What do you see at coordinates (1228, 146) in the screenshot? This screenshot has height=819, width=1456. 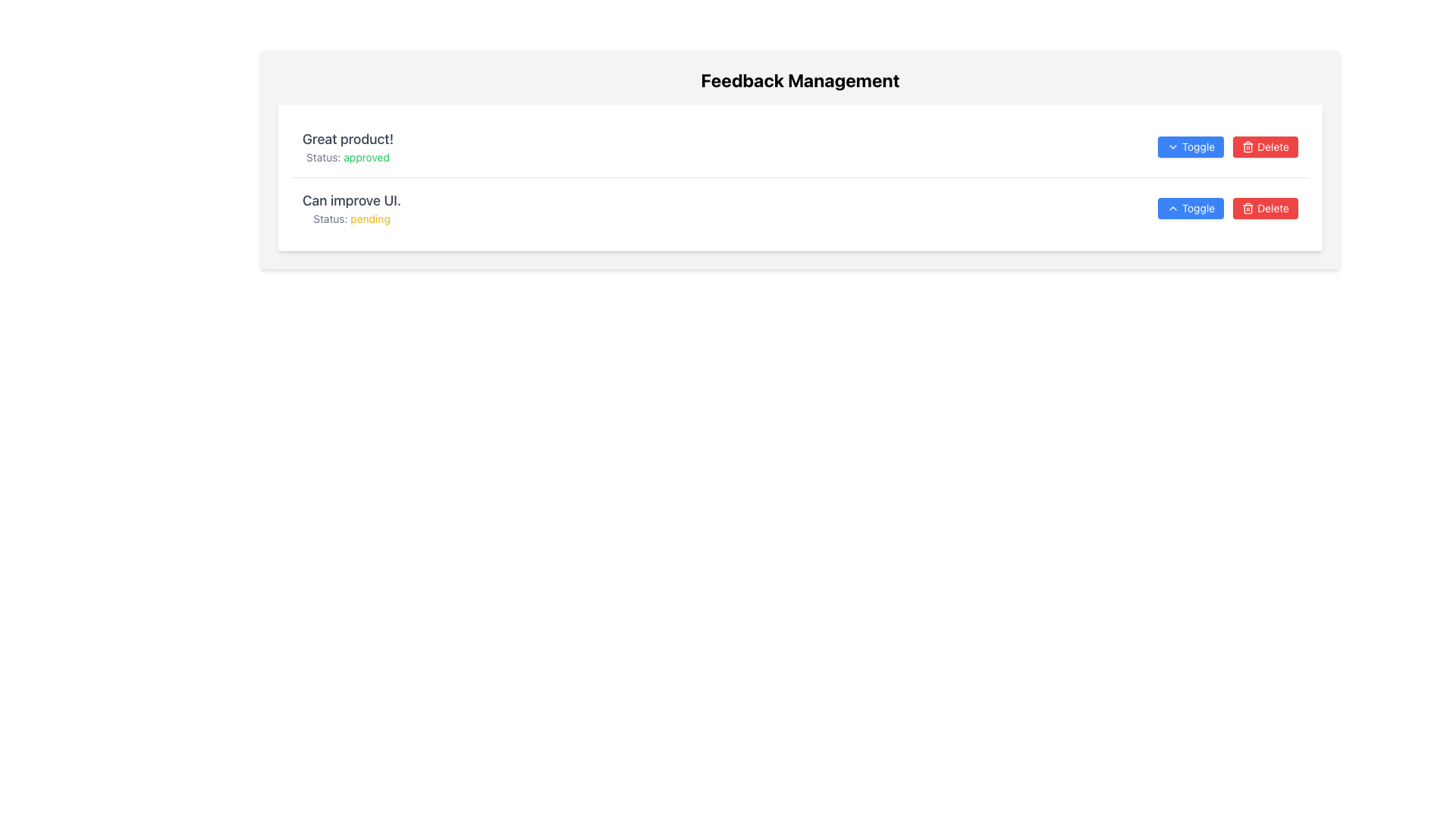 I see `the blue 'Toggle' button in the interactive control set for feedback management` at bounding box center [1228, 146].